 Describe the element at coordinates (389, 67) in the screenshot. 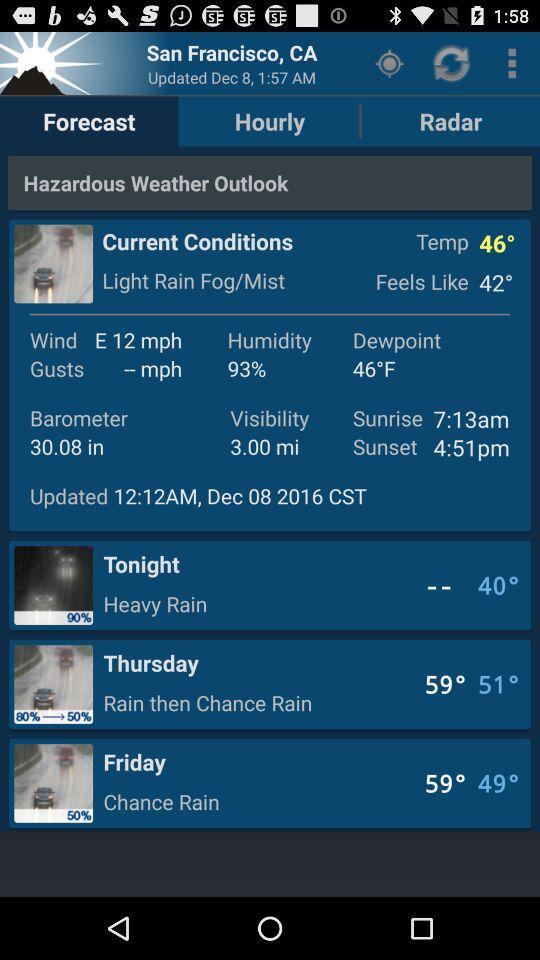

I see `the location_crosshair icon` at that location.